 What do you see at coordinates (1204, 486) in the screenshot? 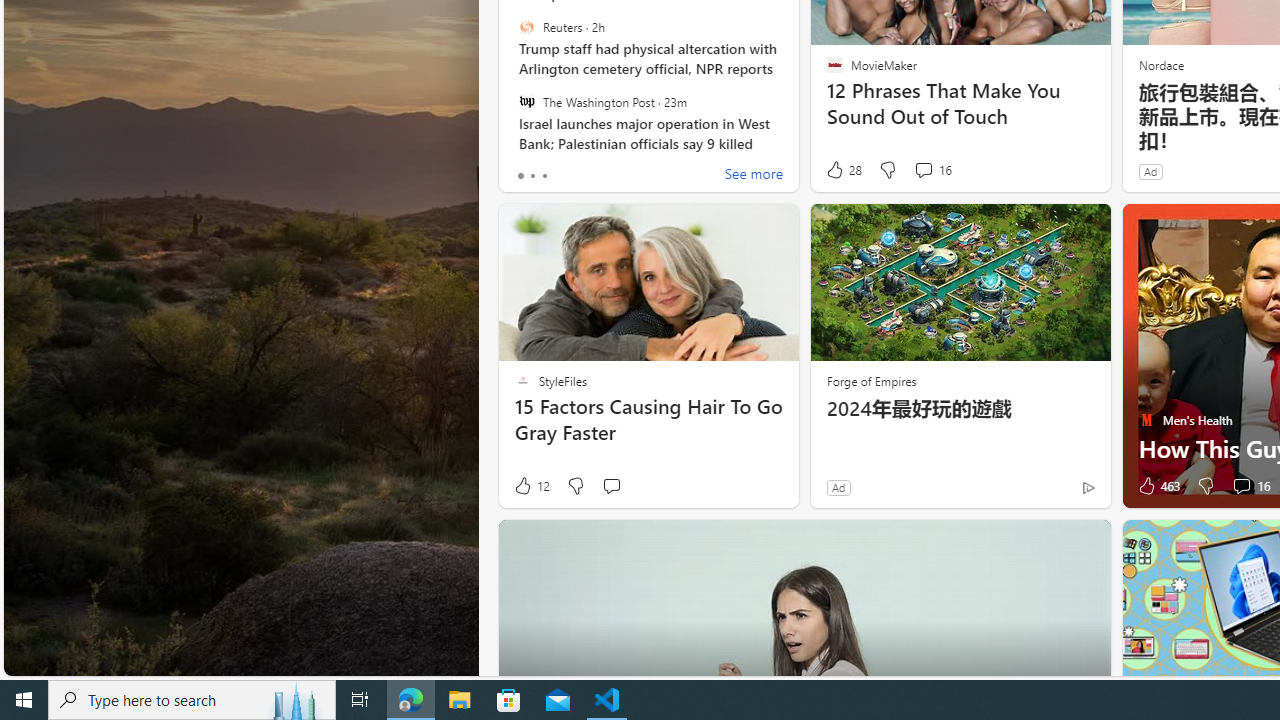
I see `'Dislike'` at bounding box center [1204, 486].